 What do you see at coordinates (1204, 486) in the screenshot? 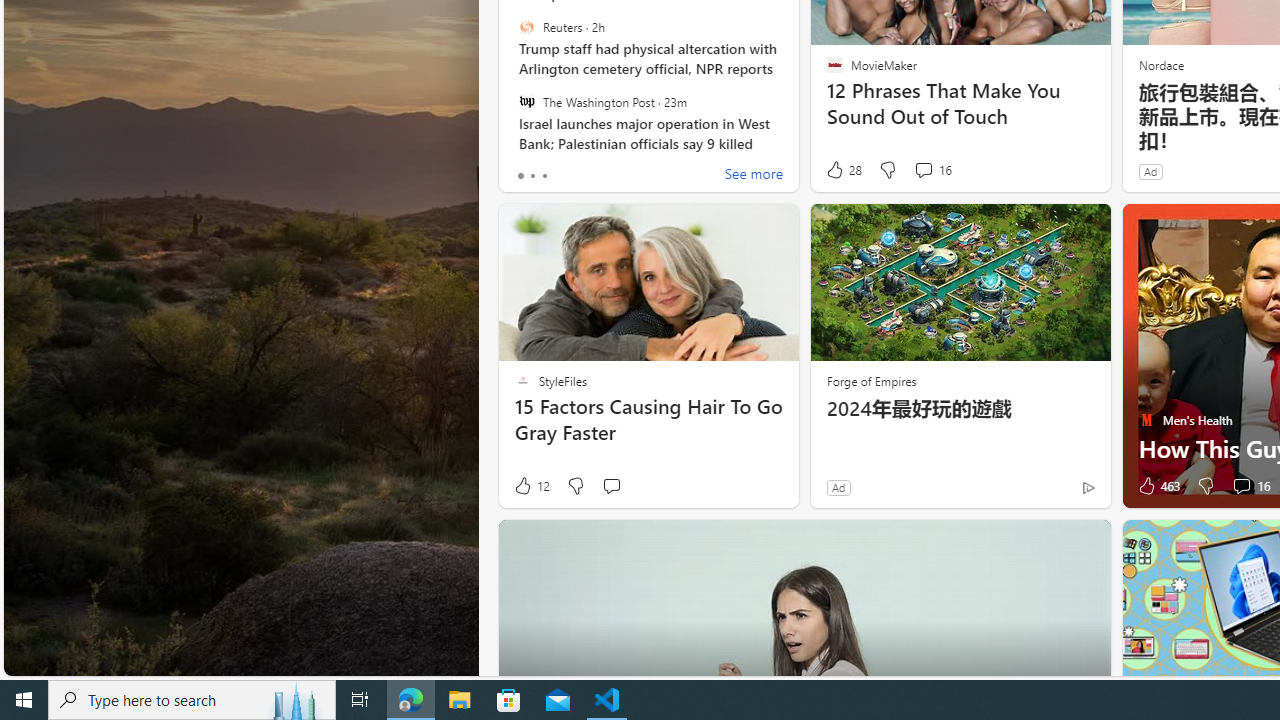
I see `'Dislike'` at bounding box center [1204, 486].